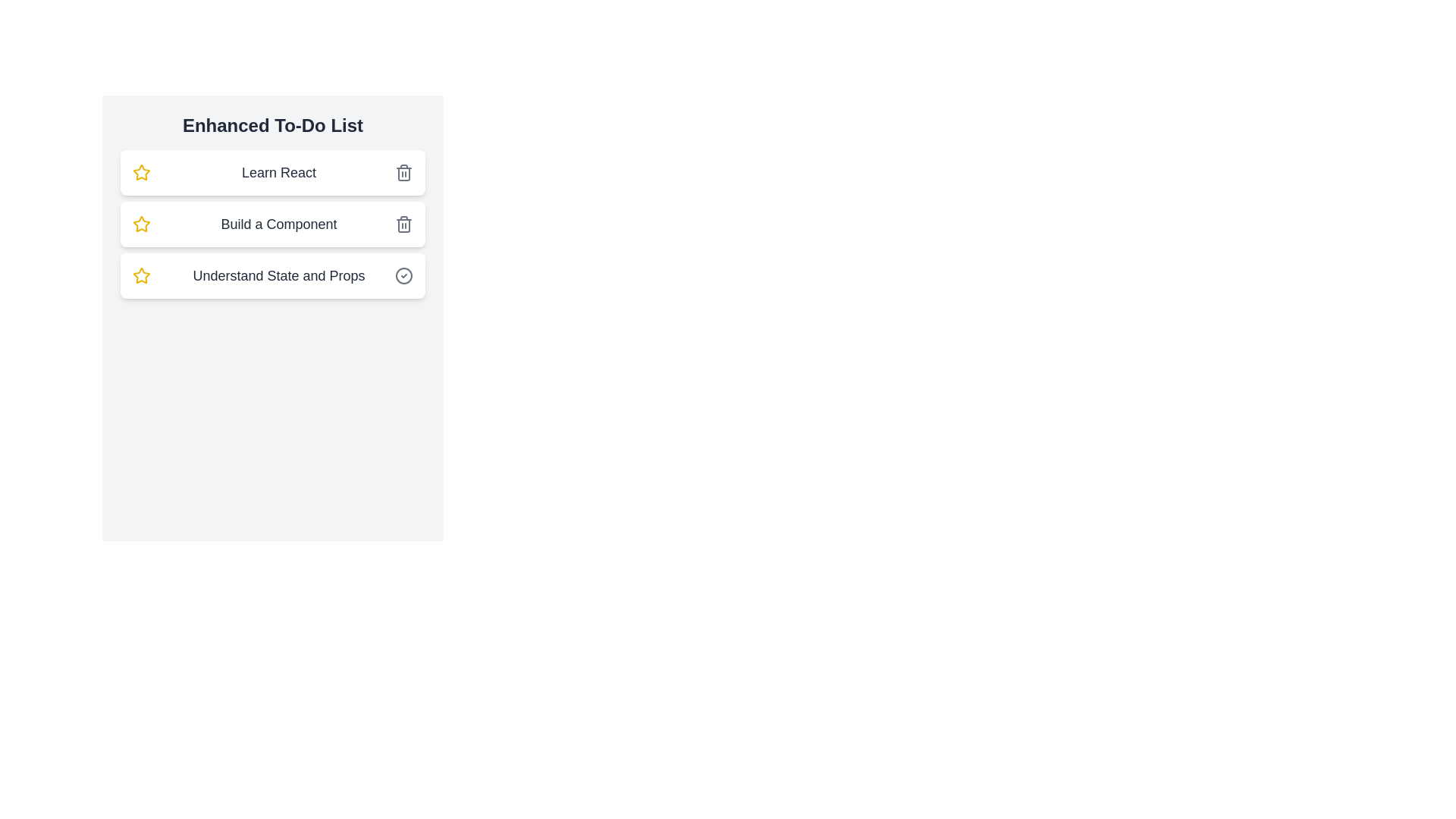  I want to click on the trash can icon button located to the far right of the first item in the 'Enhanced To-Do List', next to the text 'Learn React', to change its color, so click(403, 171).